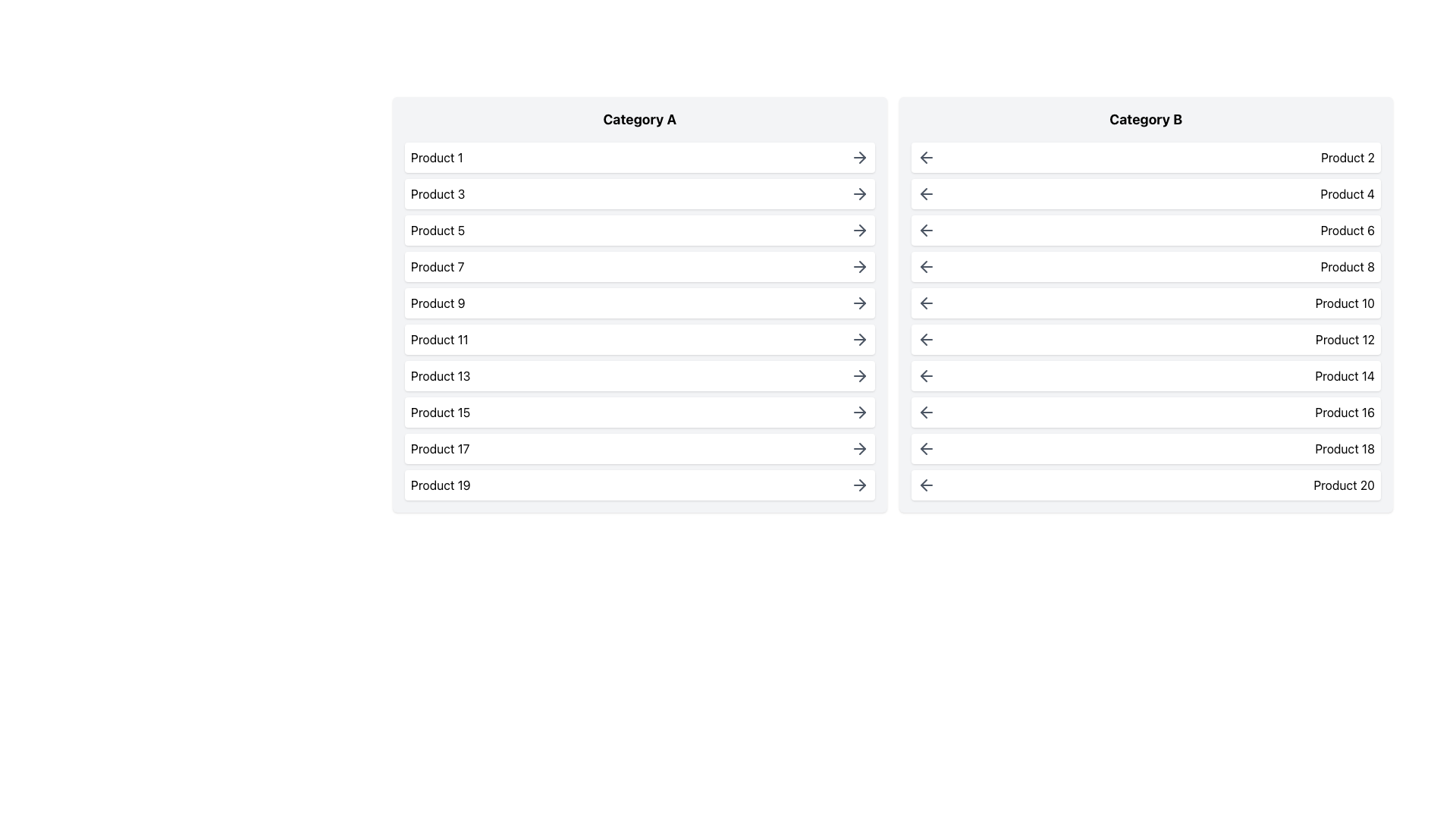  Describe the element at coordinates (639, 231) in the screenshot. I see `the interactive list item for 'Product 5', the third item under 'Category A', to enable keyboard interaction` at that location.